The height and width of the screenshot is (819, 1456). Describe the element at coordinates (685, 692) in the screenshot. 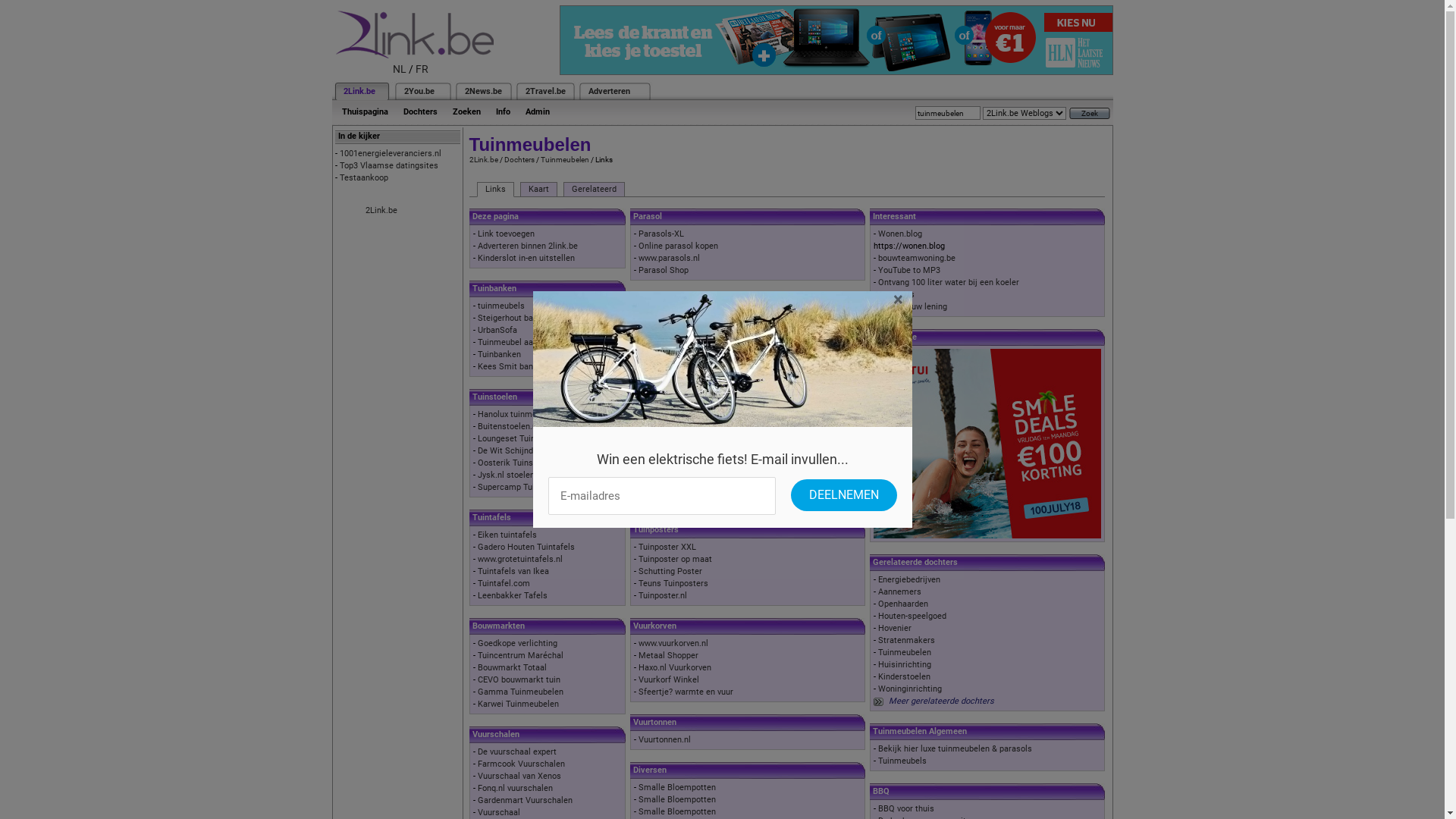

I see `'Sfeertje? warmte en vuur'` at that location.